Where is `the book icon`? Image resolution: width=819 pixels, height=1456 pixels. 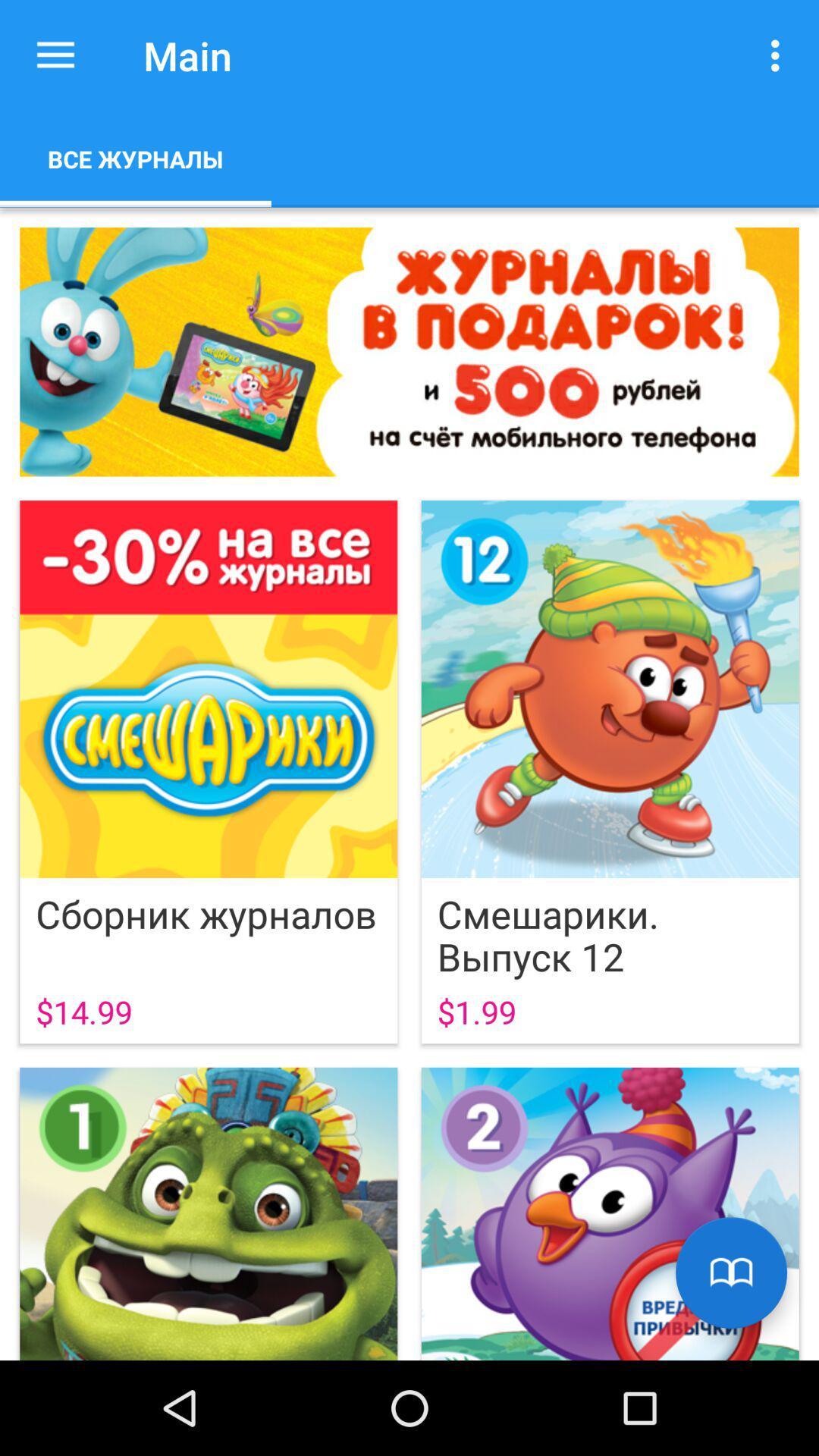
the book icon is located at coordinates (730, 1272).